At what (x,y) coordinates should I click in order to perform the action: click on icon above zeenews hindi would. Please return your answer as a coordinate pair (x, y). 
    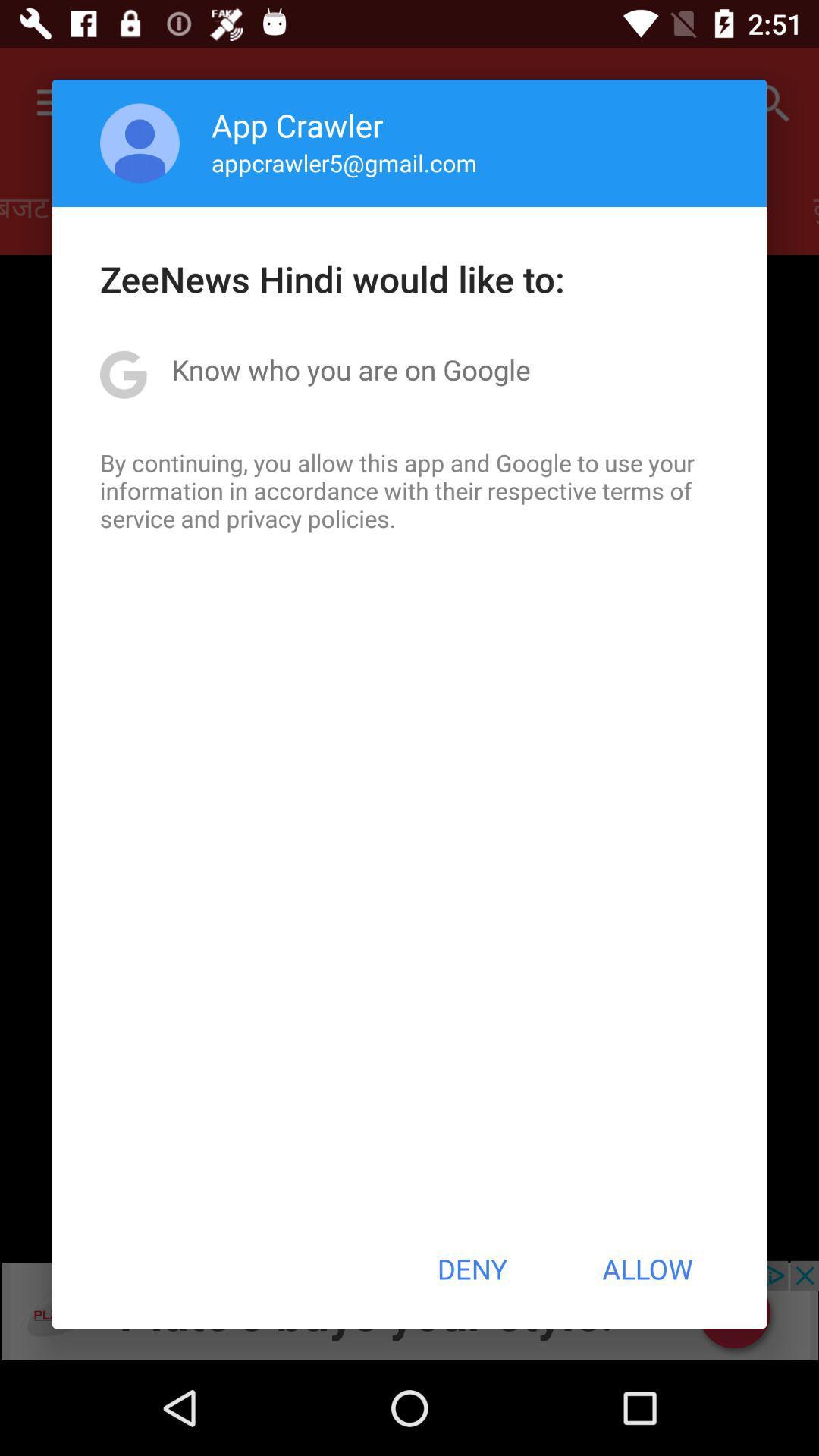
    Looking at the image, I should click on (140, 143).